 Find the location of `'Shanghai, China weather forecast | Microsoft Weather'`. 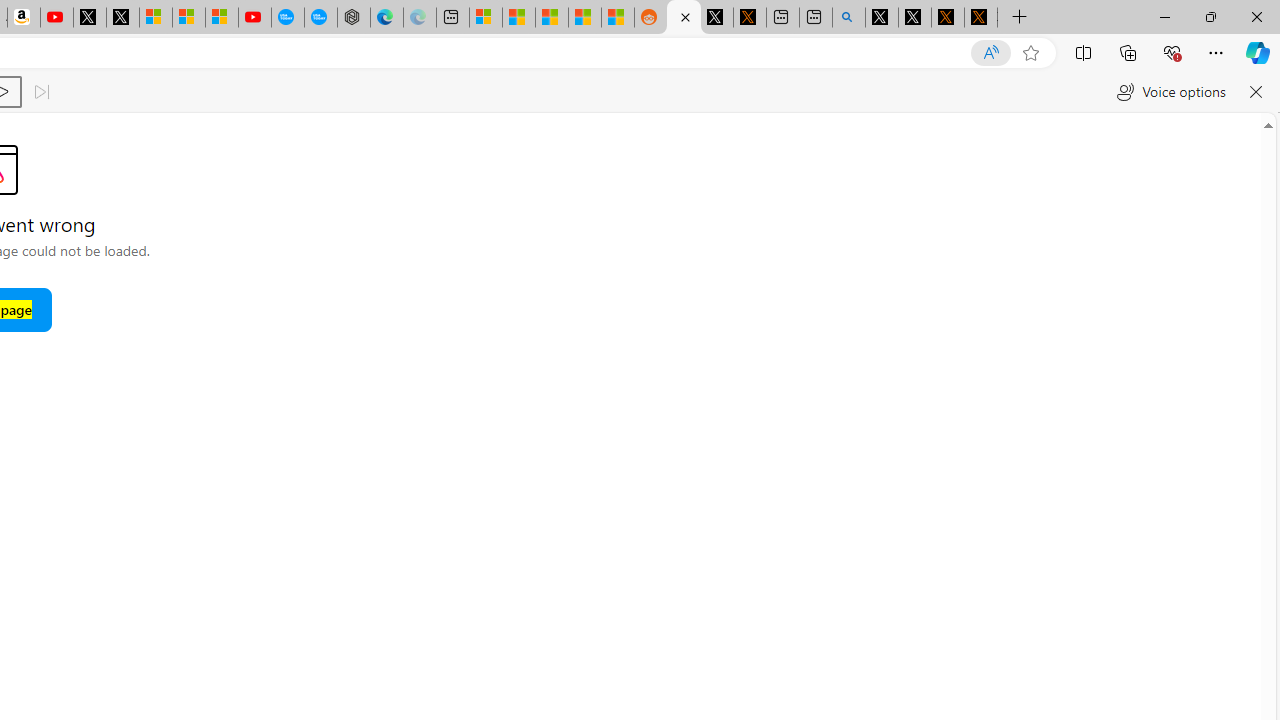

'Shanghai, China weather forecast | Microsoft Weather' is located at coordinates (519, 17).